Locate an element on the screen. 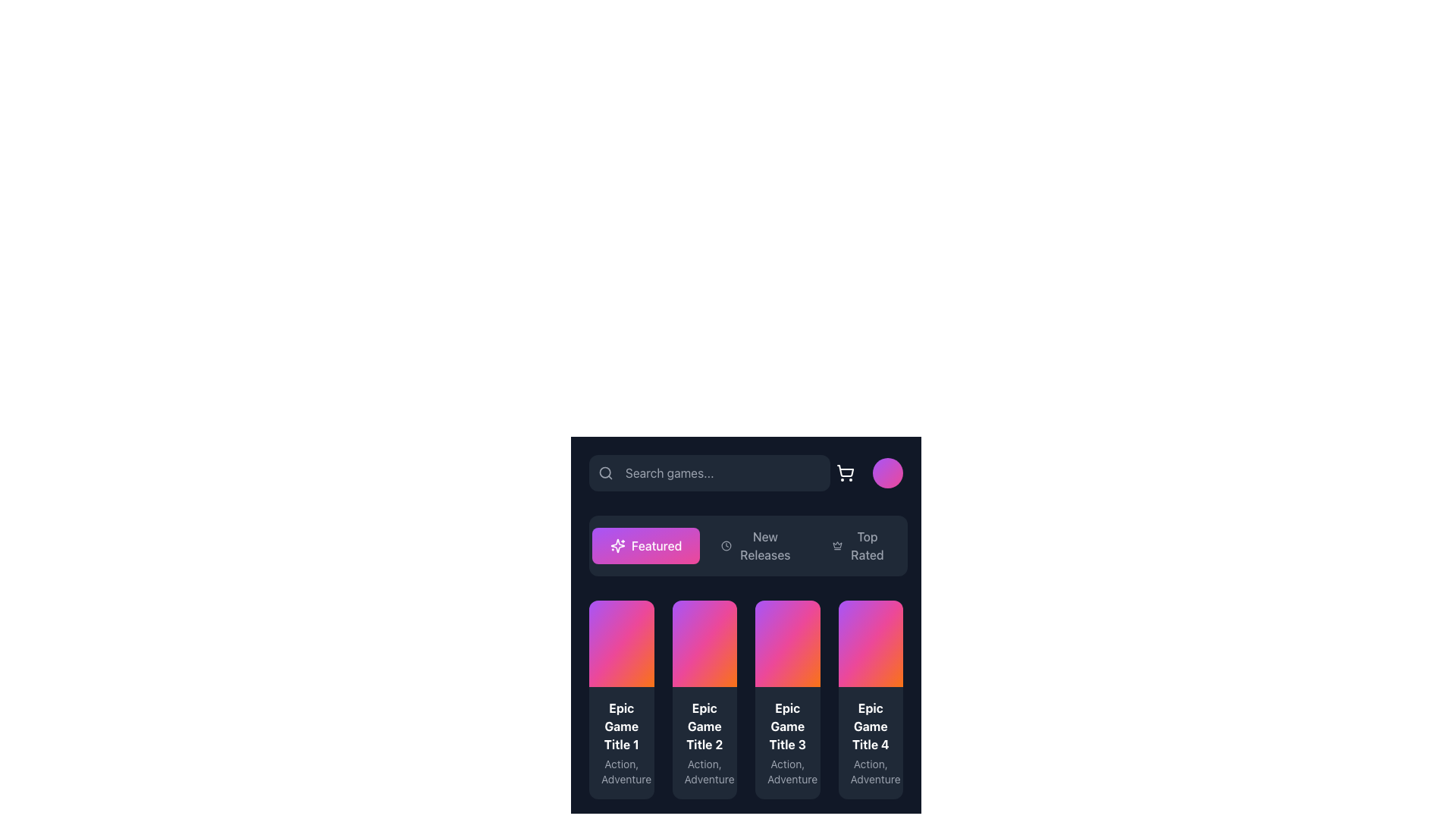 This screenshot has width=1456, height=819. the bold text label displaying 'Epic Game Title 2' in white on a dark background, located at the top of the second card from the left is located at coordinates (704, 725).